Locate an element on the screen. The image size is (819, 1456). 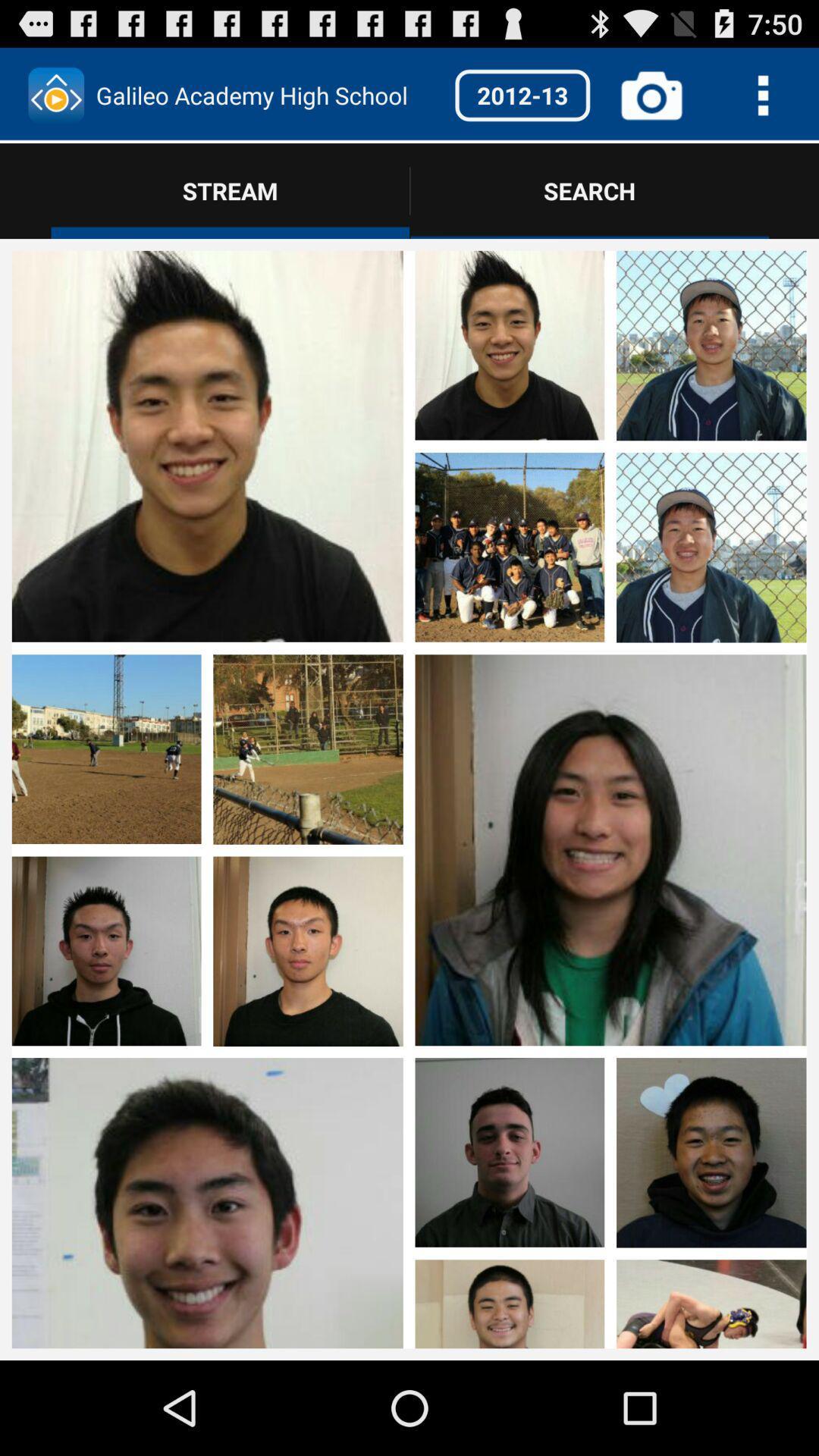
four top images is located at coordinates (610, 447).